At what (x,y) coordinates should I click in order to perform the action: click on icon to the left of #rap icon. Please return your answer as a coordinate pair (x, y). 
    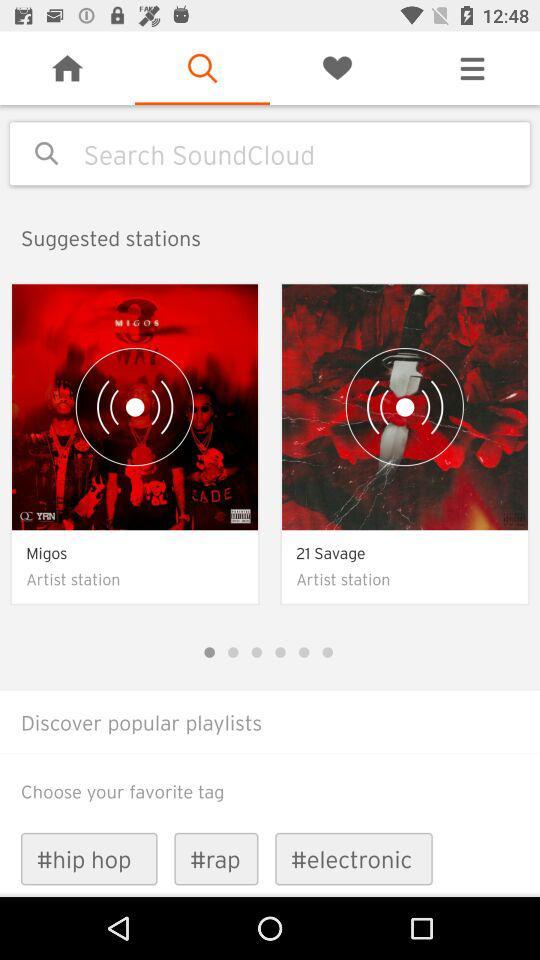
    Looking at the image, I should click on (88, 858).